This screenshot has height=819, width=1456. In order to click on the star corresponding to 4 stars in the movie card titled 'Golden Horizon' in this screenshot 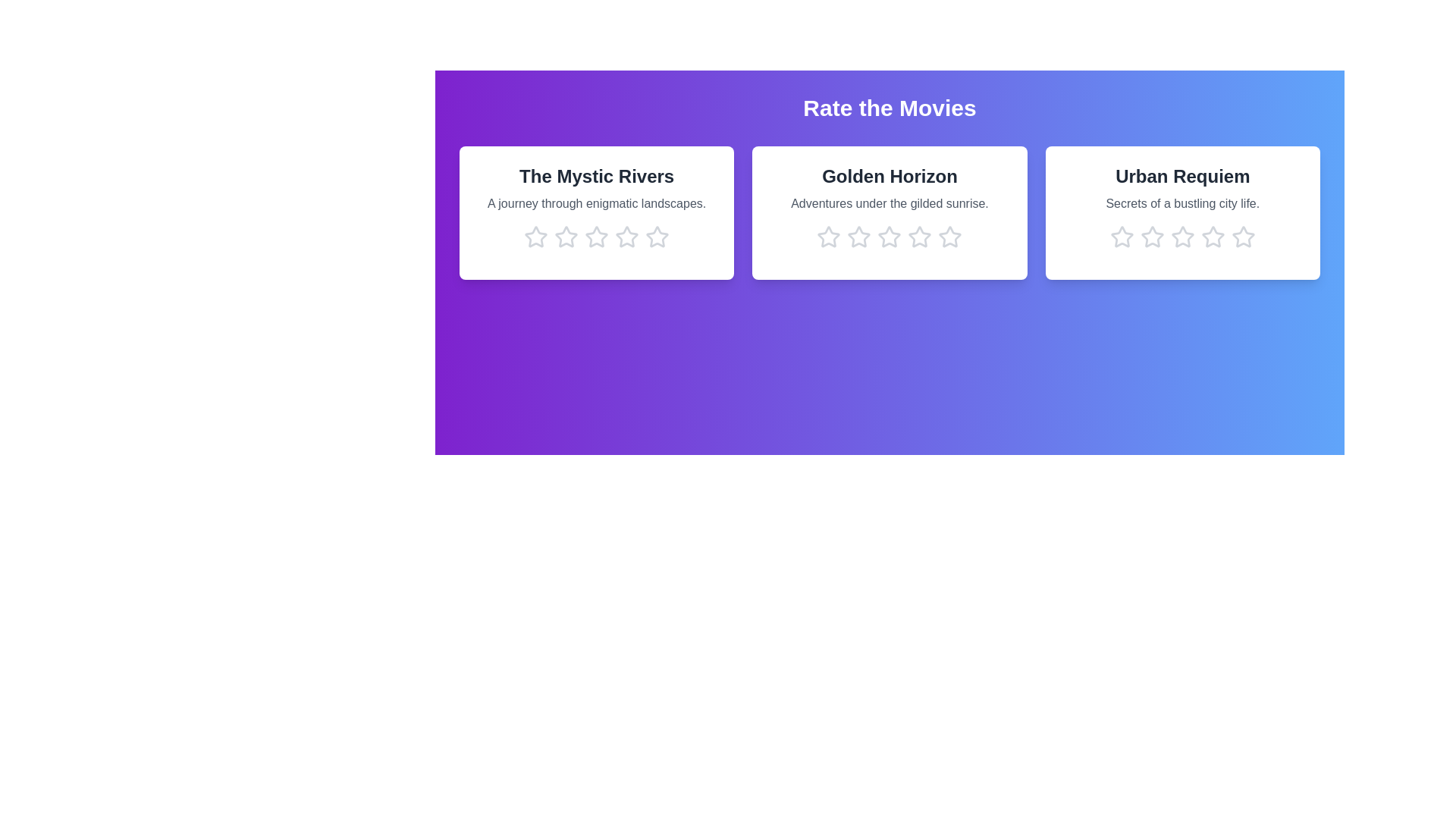, I will do `click(919, 237)`.